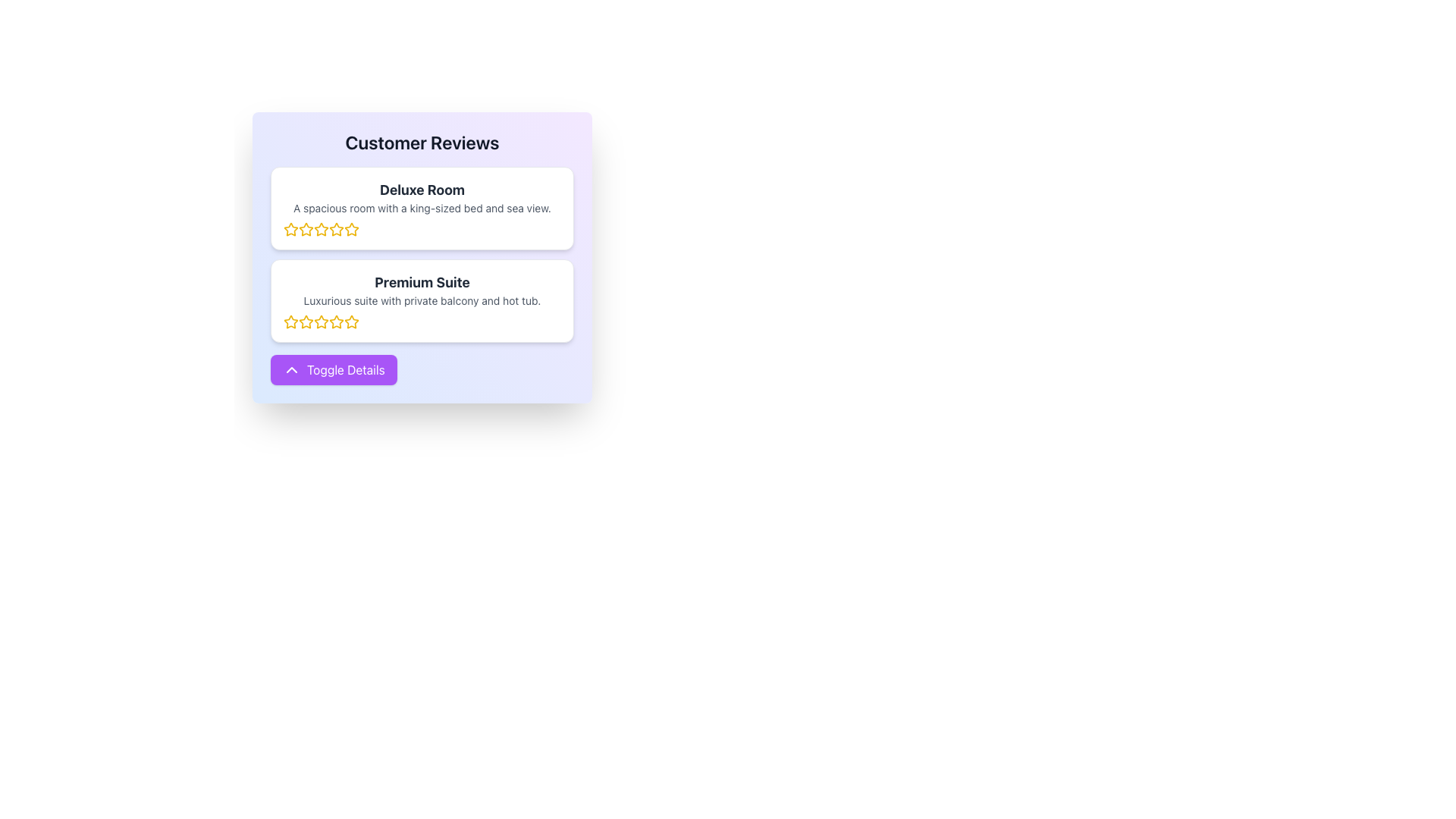 The image size is (1456, 819). Describe the element at coordinates (336, 229) in the screenshot. I see `the third star icon in the first rating row to interact with it` at that location.